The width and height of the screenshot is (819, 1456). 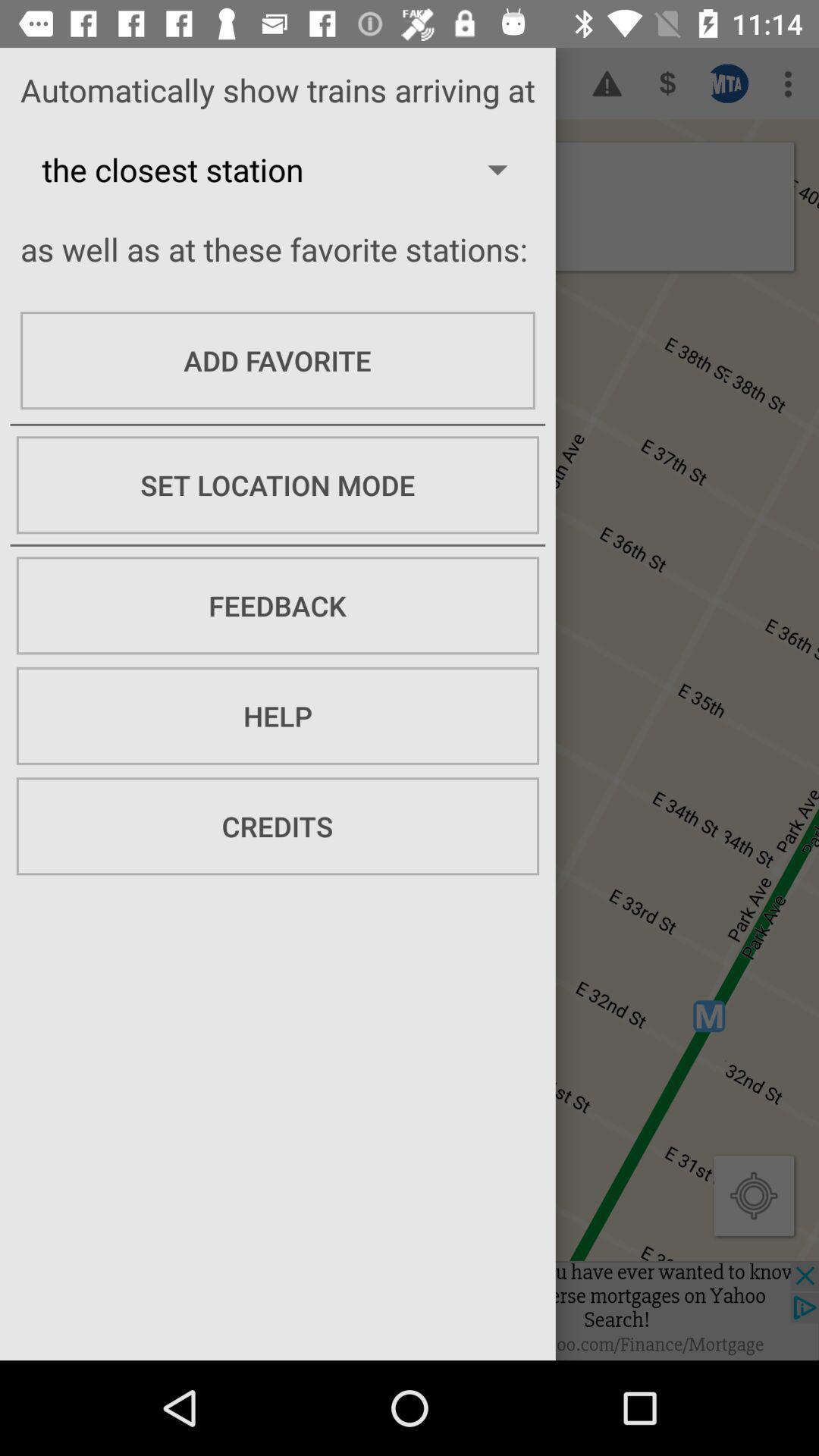 What do you see at coordinates (788, 83) in the screenshot?
I see `the more icon` at bounding box center [788, 83].